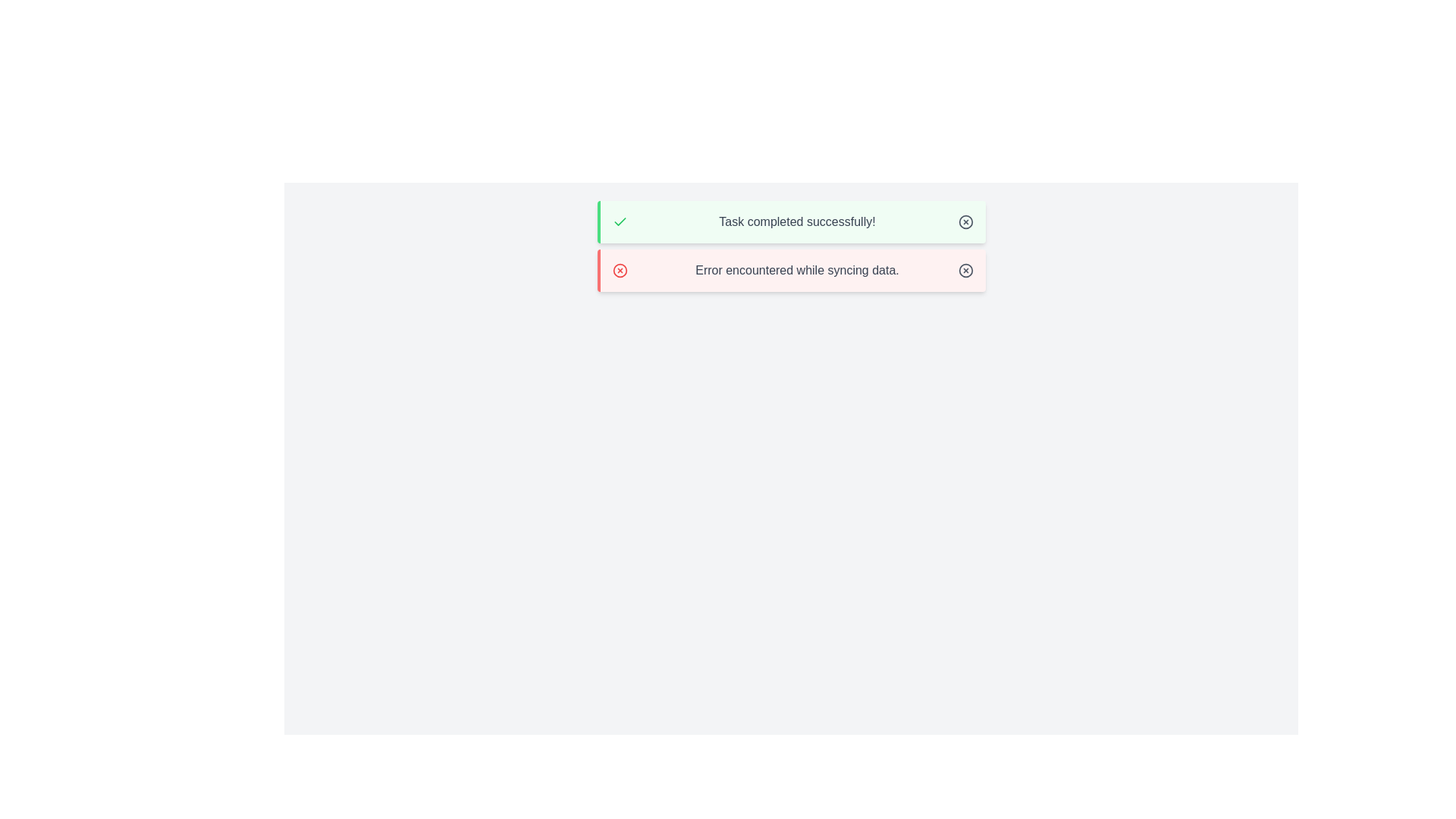  What do you see at coordinates (790, 270) in the screenshot?
I see `error message from the second notification alert that informs the user about an issue during data synchronization, located below the first notification 'Task completed successfully!'` at bounding box center [790, 270].